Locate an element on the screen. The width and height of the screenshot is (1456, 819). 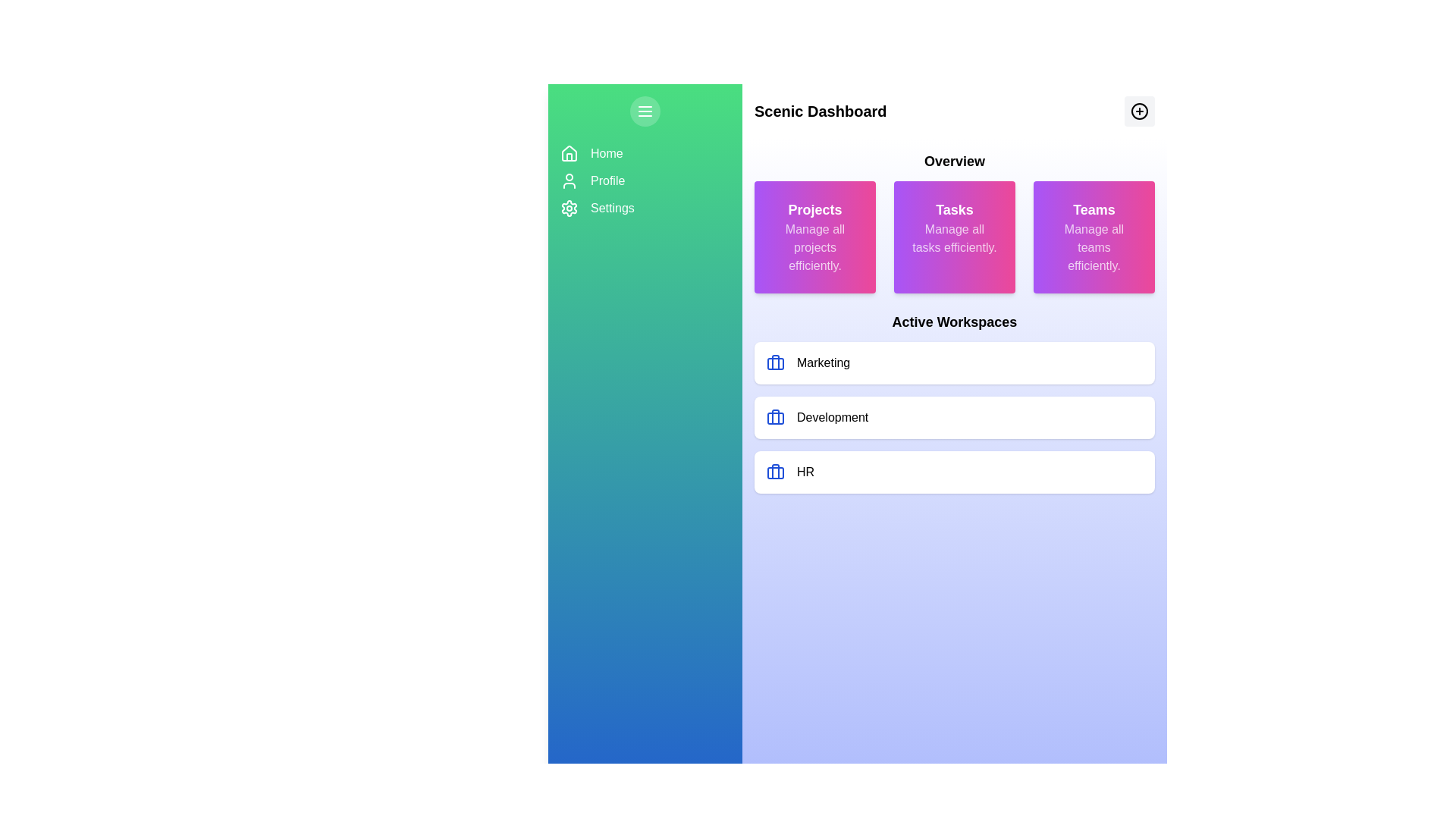
the blue briefcase SVG icon located in the lower part of the Active Workspaces section next to 'HR' is located at coordinates (775, 472).